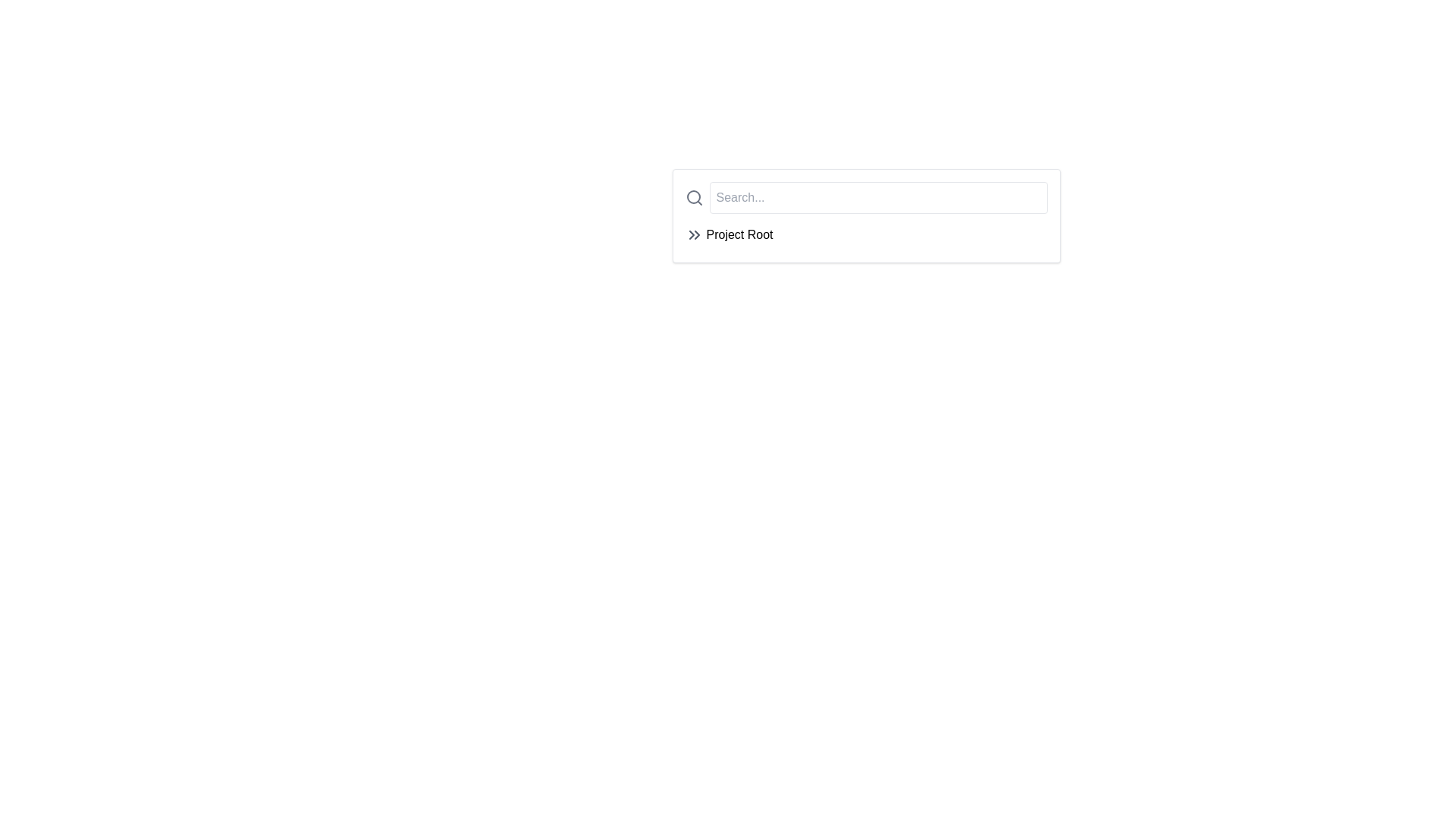 The height and width of the screenshot is (819, 1456). What do you see at coordinates (739, 234) in the screenshot?
I see `the Text Label that serves as a section, folder, or project title, positioned to the right of chevron arrow icons and left of empty space` at bounding box center [739, 234].